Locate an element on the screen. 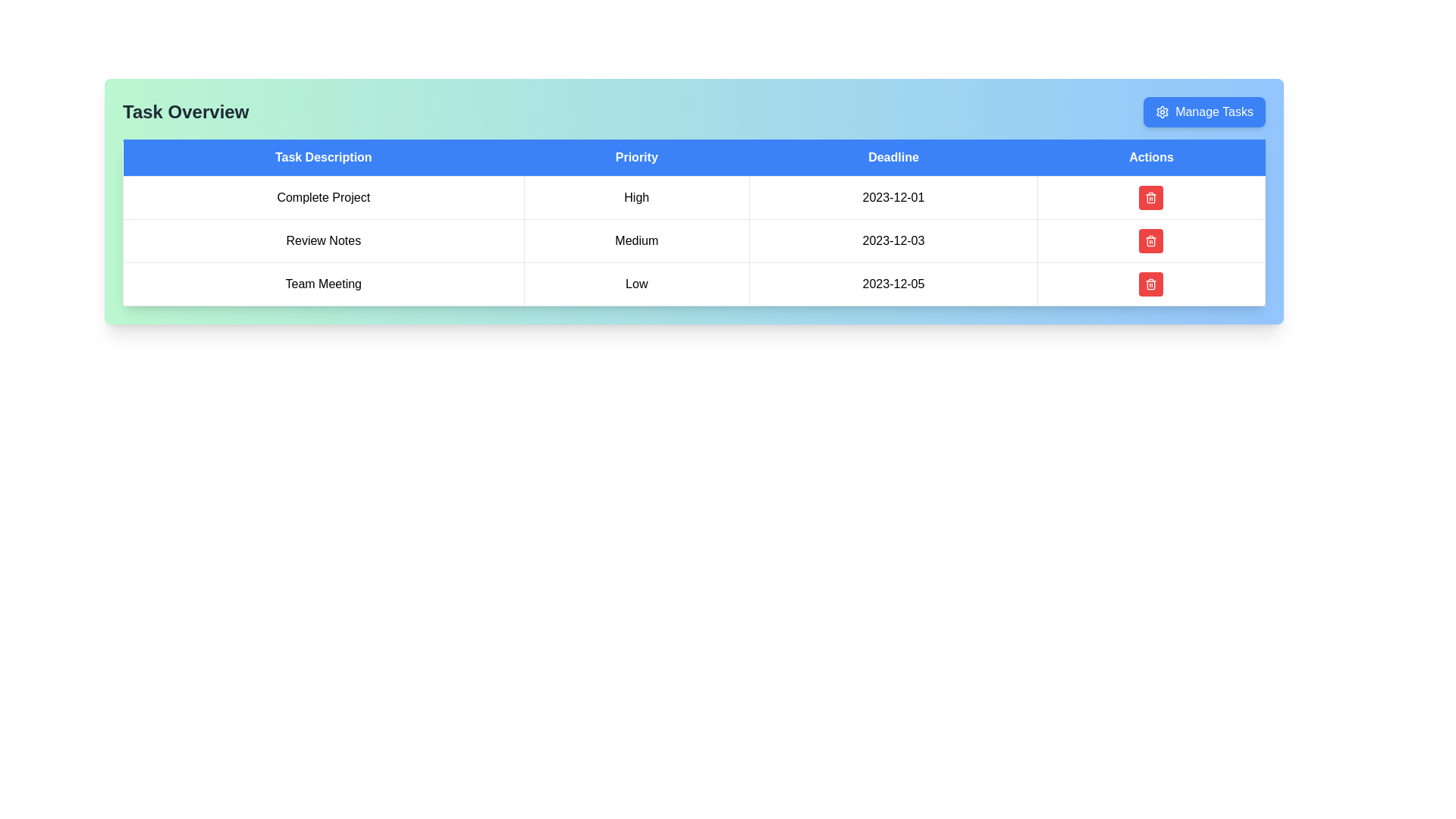  on the middle row of the task management interface that contains the task entry 'Review Notes' is located at coordinates (693, 240).